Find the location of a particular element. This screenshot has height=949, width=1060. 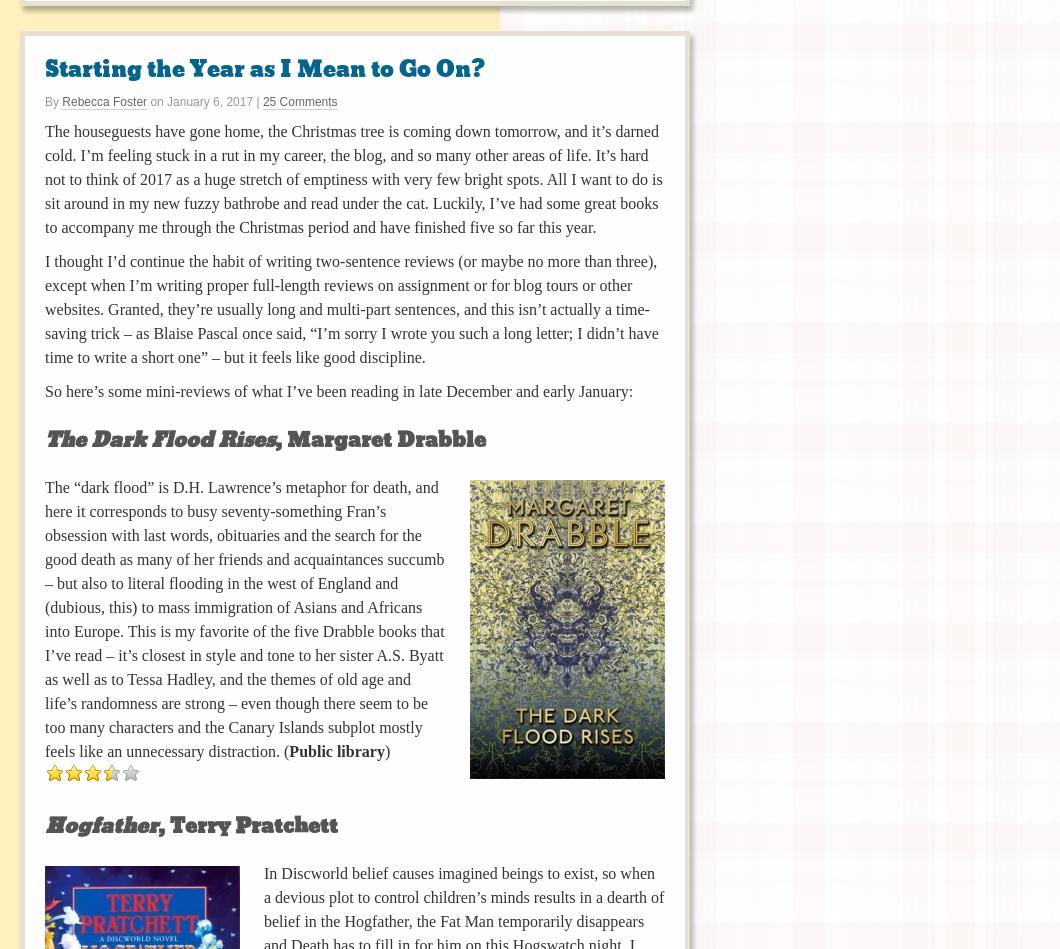

'I thought I’d continue the habit of writing two-sentence reviews (or maybe no more than three), except when I’m writing proper full-length reviews on assignment or for blog tours or other websites. Granted, they’re usually long and multi-part sentences, and this isn’t actually a time-saving trick – as Blaise Pascal once said, “I’m sorry I wrote you such a long letter; I didn’t have time to write a short one” – but it feels like good discipline.' is located at coordinates (351, 307).